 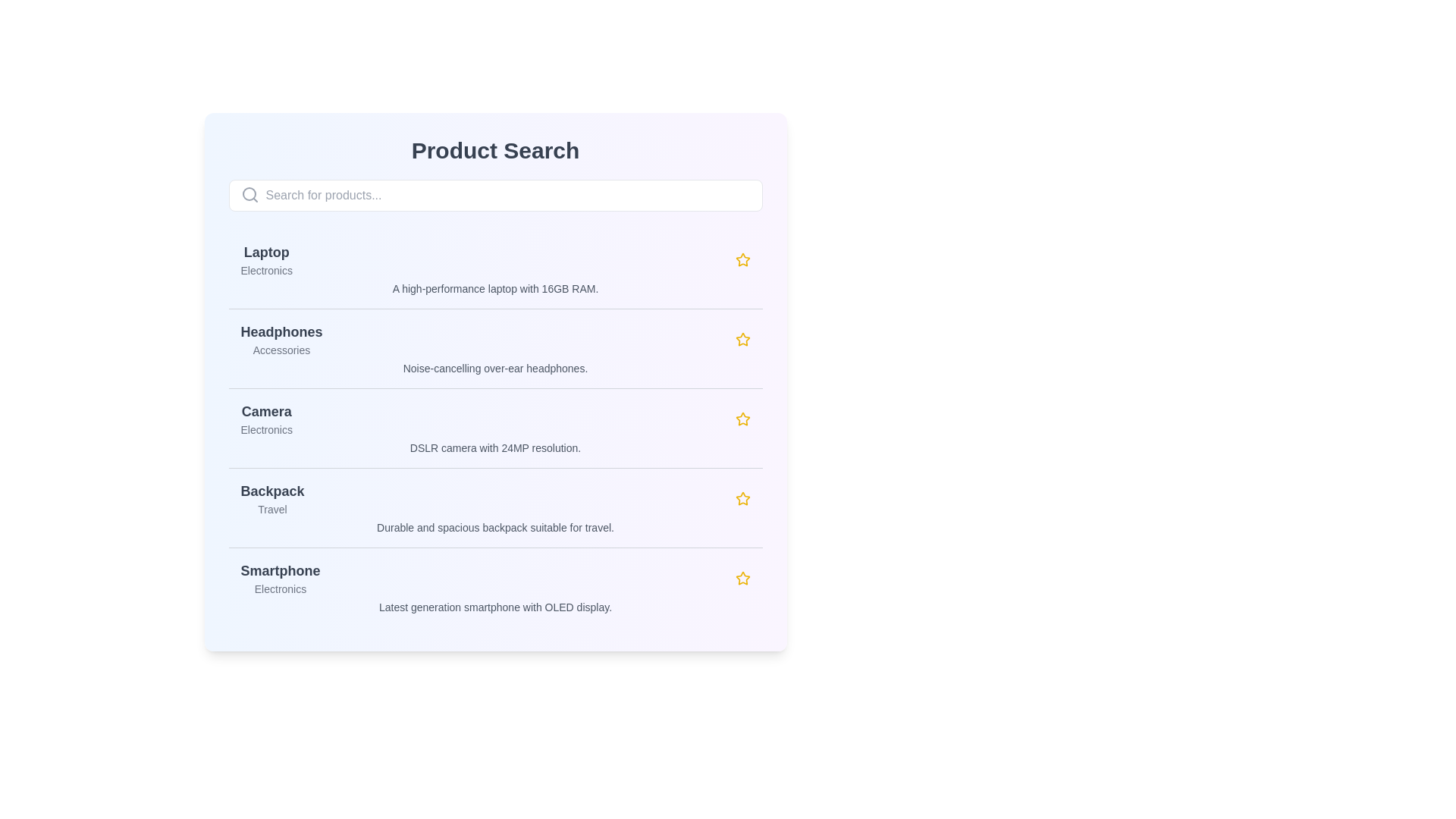 I want to click on the 'Electronics' text label, which is styled with a small gray font and positioned beneath the 'Laptop' text element as a sub-category label, so click(x=266, y=270).